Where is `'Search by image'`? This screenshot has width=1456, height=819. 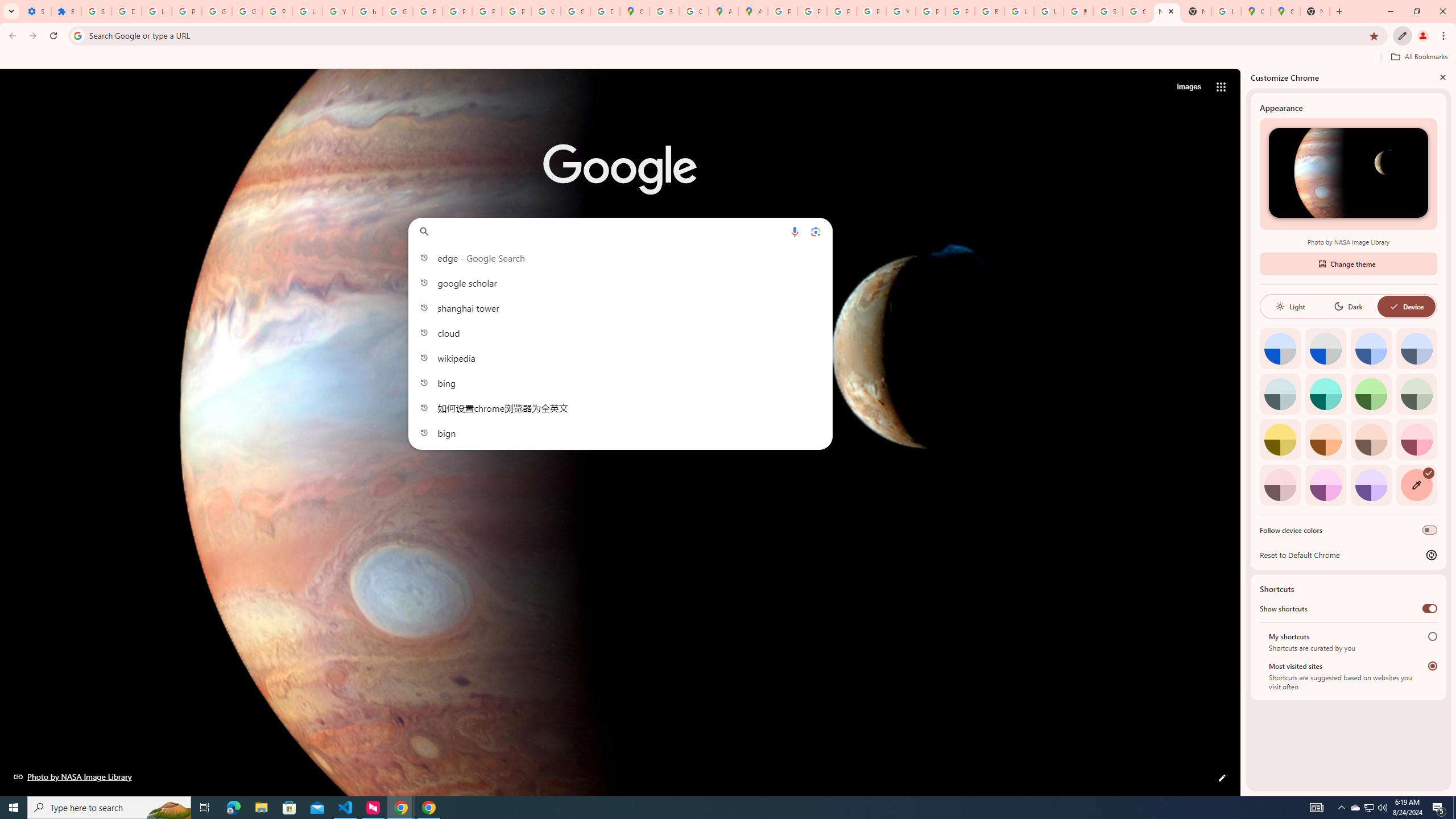 'Search by image' is located at coordinates (816, 230).